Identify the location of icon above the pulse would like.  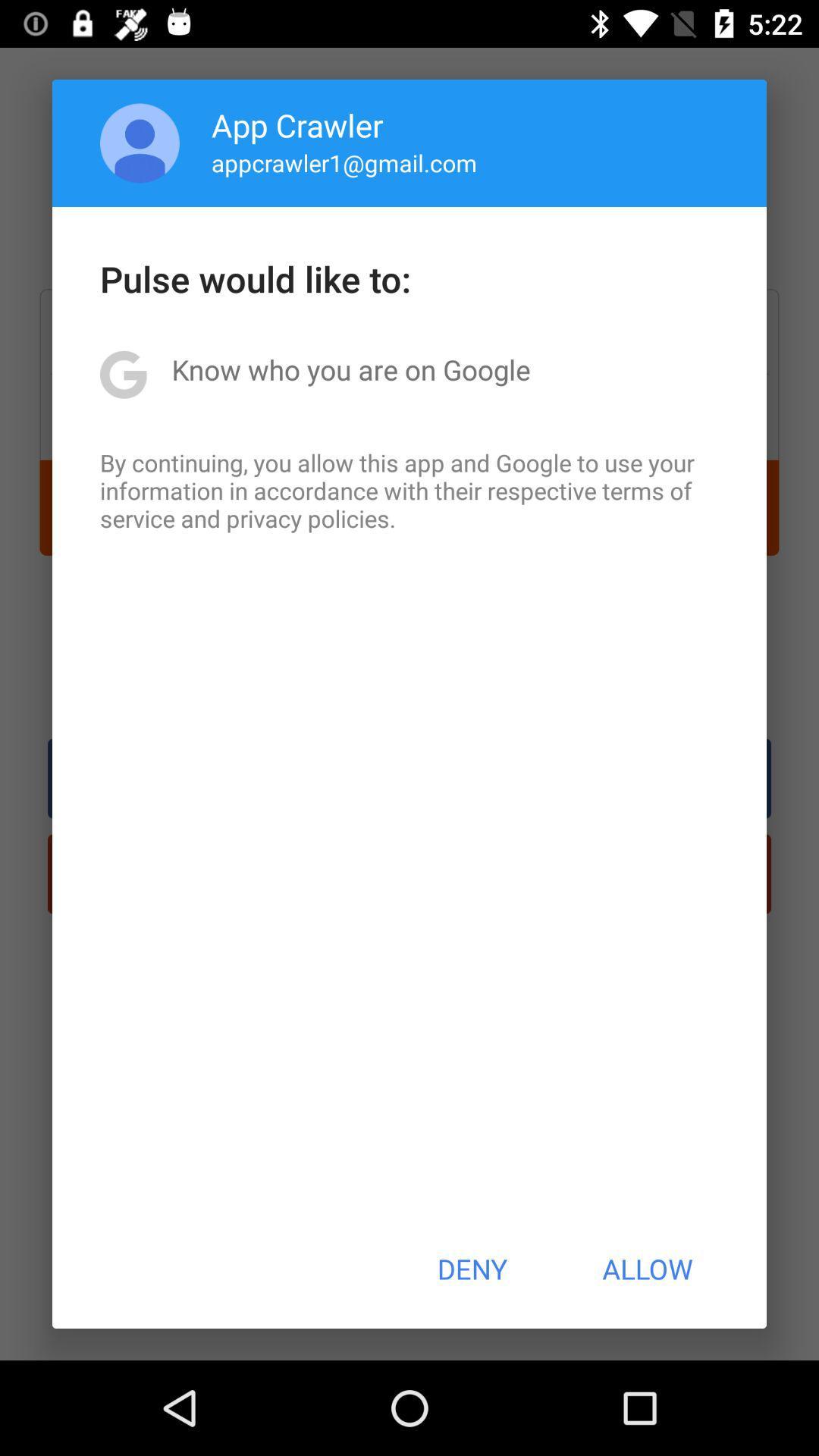
(344, 162).